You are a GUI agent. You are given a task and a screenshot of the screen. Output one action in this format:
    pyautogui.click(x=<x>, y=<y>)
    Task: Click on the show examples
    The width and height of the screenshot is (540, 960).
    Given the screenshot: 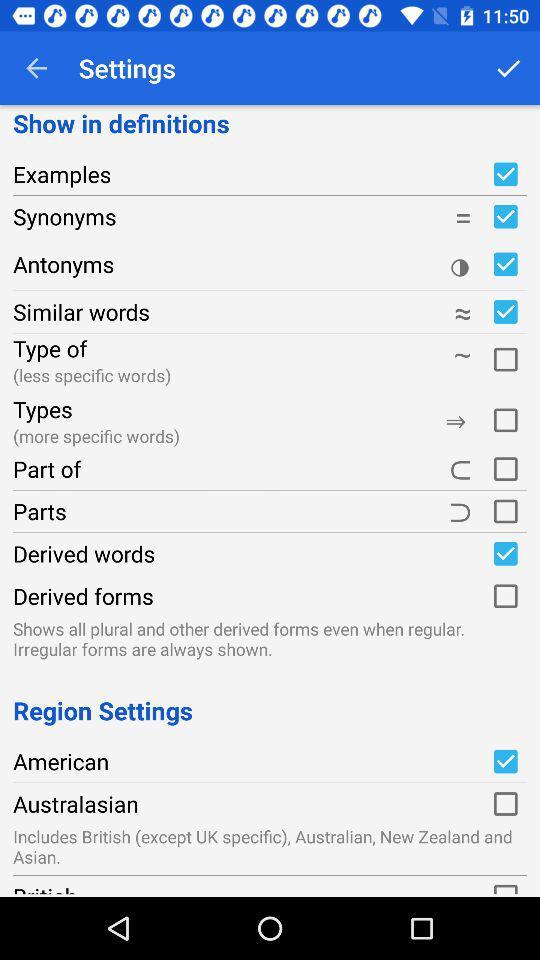 What is the action you would take?
    pyautogui.click(x=504, y=173)
    